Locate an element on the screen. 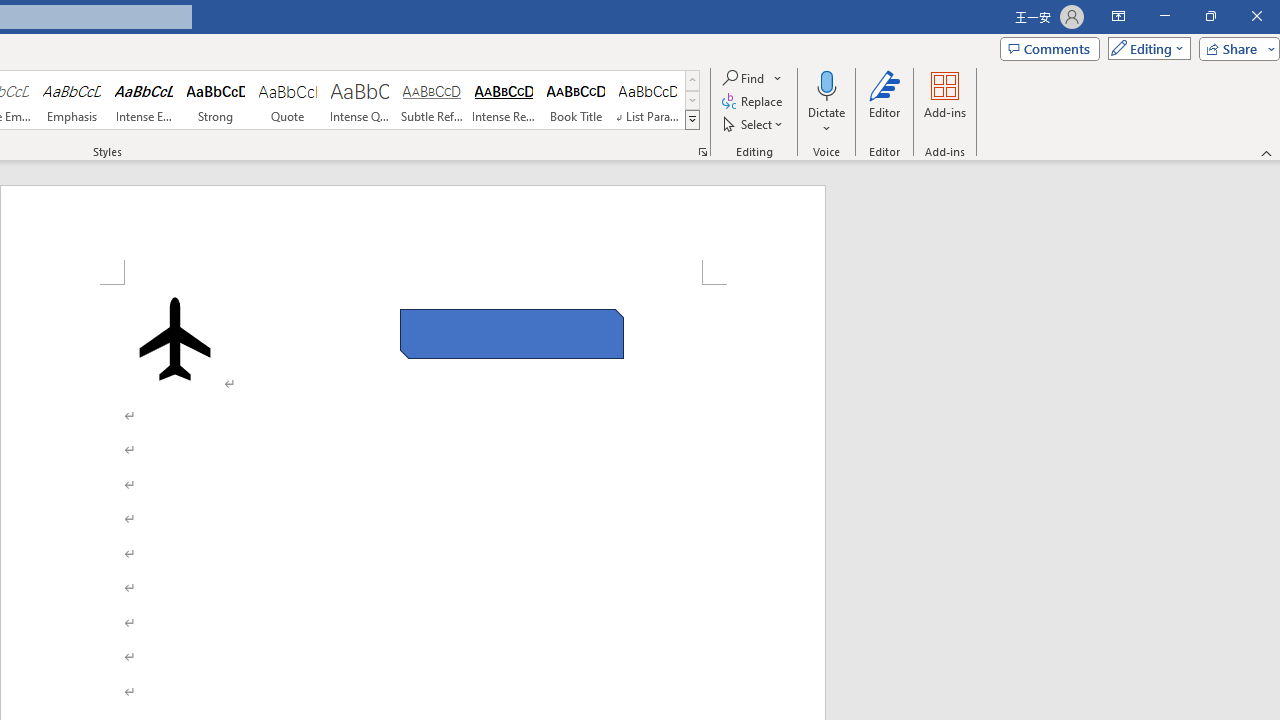 The image size is (1280, 720). 'Styles' is located at coordinates (692, 120).